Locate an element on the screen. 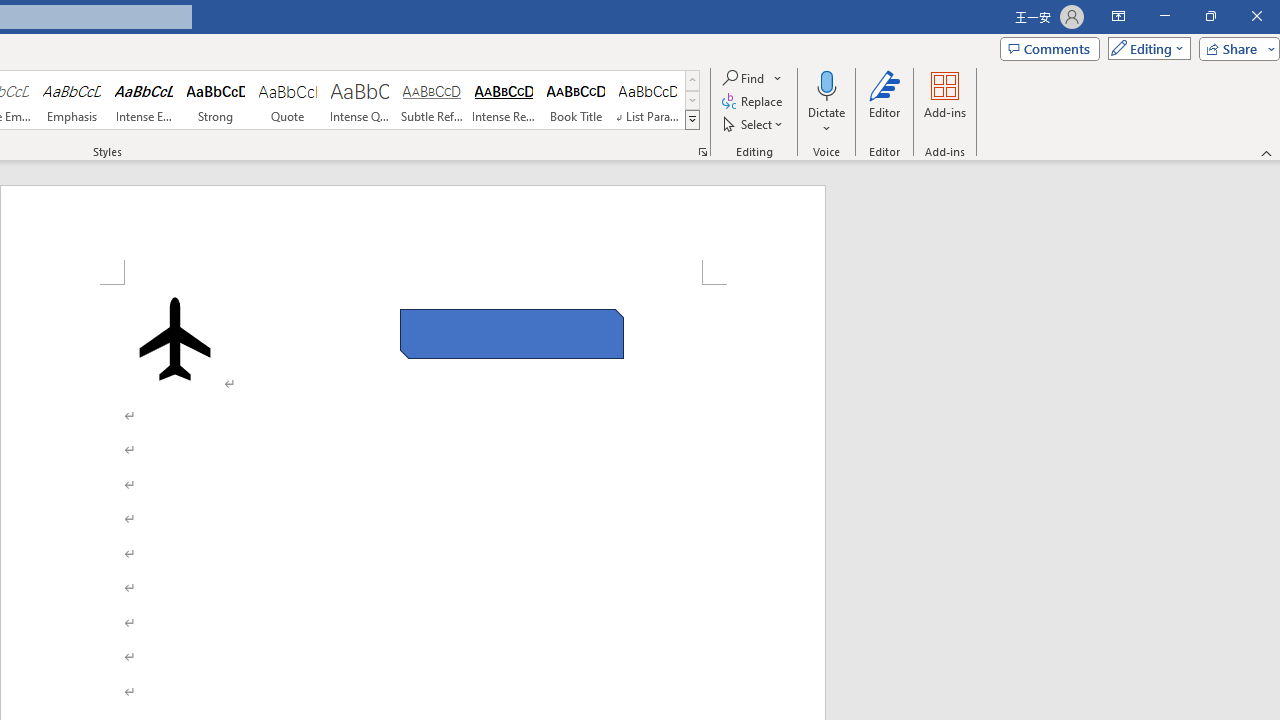 The image size is (1280, 720). 'Styles' is located at coordinates (692, 120).